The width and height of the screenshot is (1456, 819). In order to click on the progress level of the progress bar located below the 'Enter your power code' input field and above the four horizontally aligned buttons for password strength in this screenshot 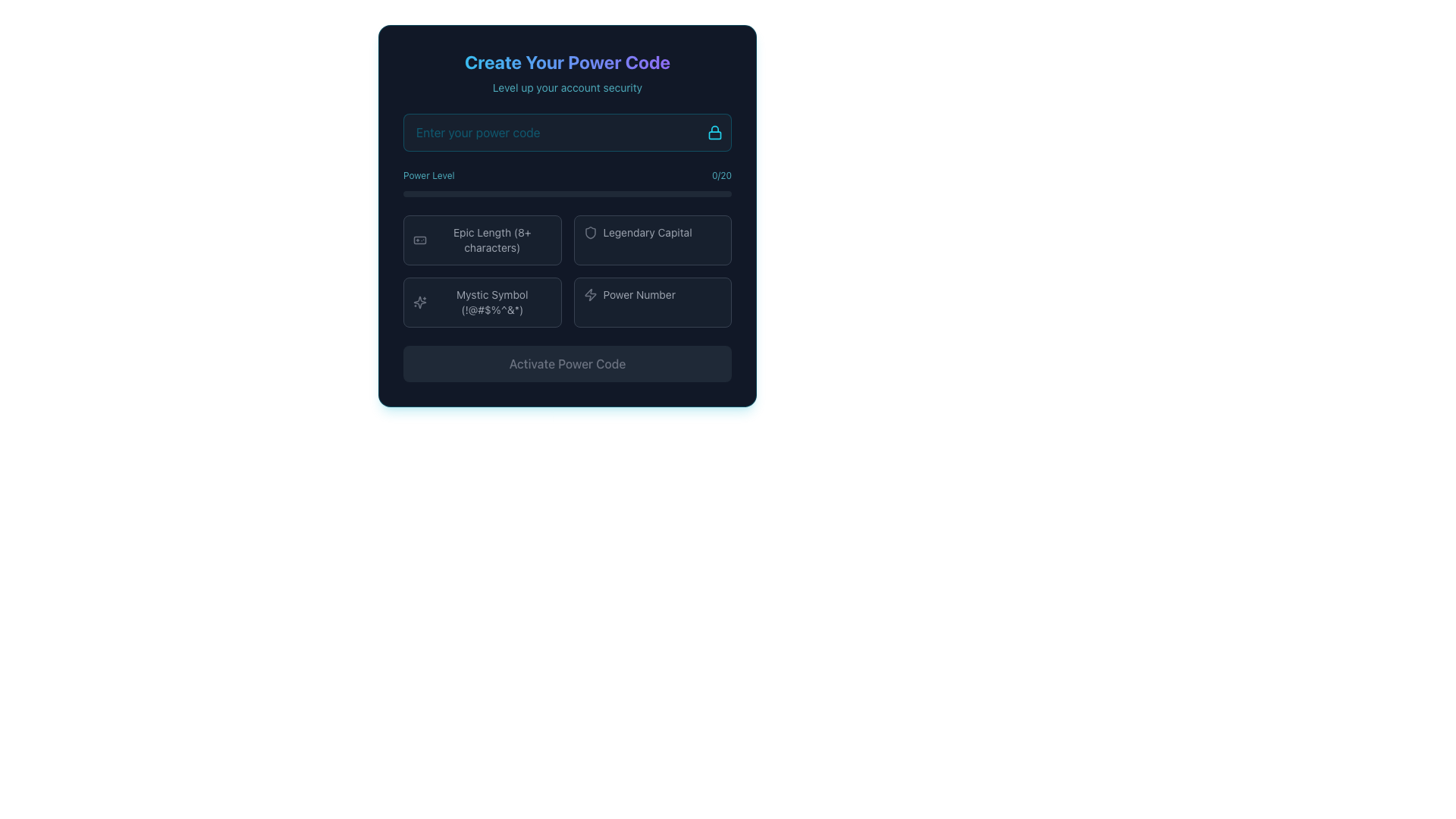, I will do `click(566, 183)`.